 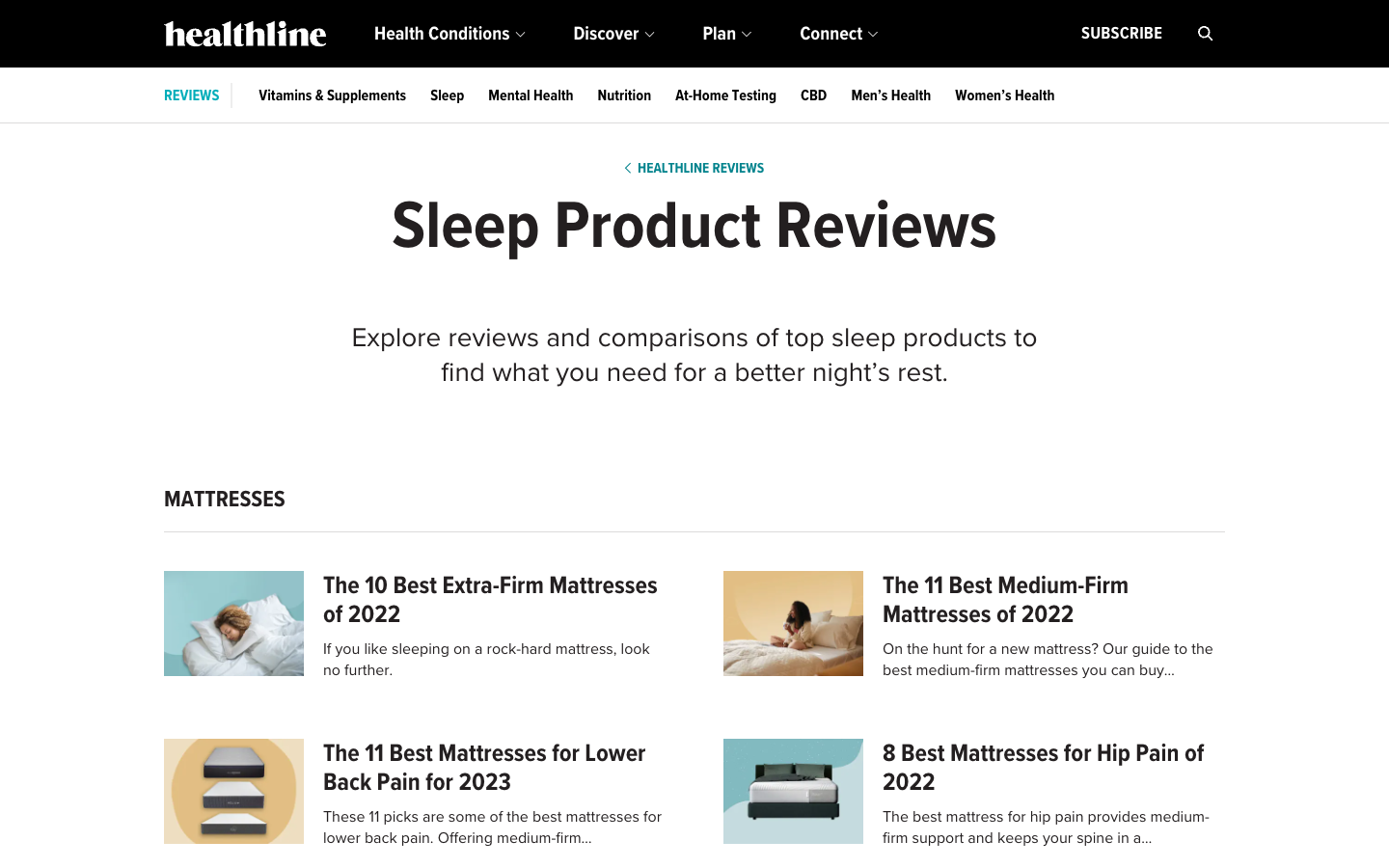 What do you see at coordinates (724, 95) in the screenshot?
I see `Fetch the most recent information about home testing` at bounding box center [724, 95].